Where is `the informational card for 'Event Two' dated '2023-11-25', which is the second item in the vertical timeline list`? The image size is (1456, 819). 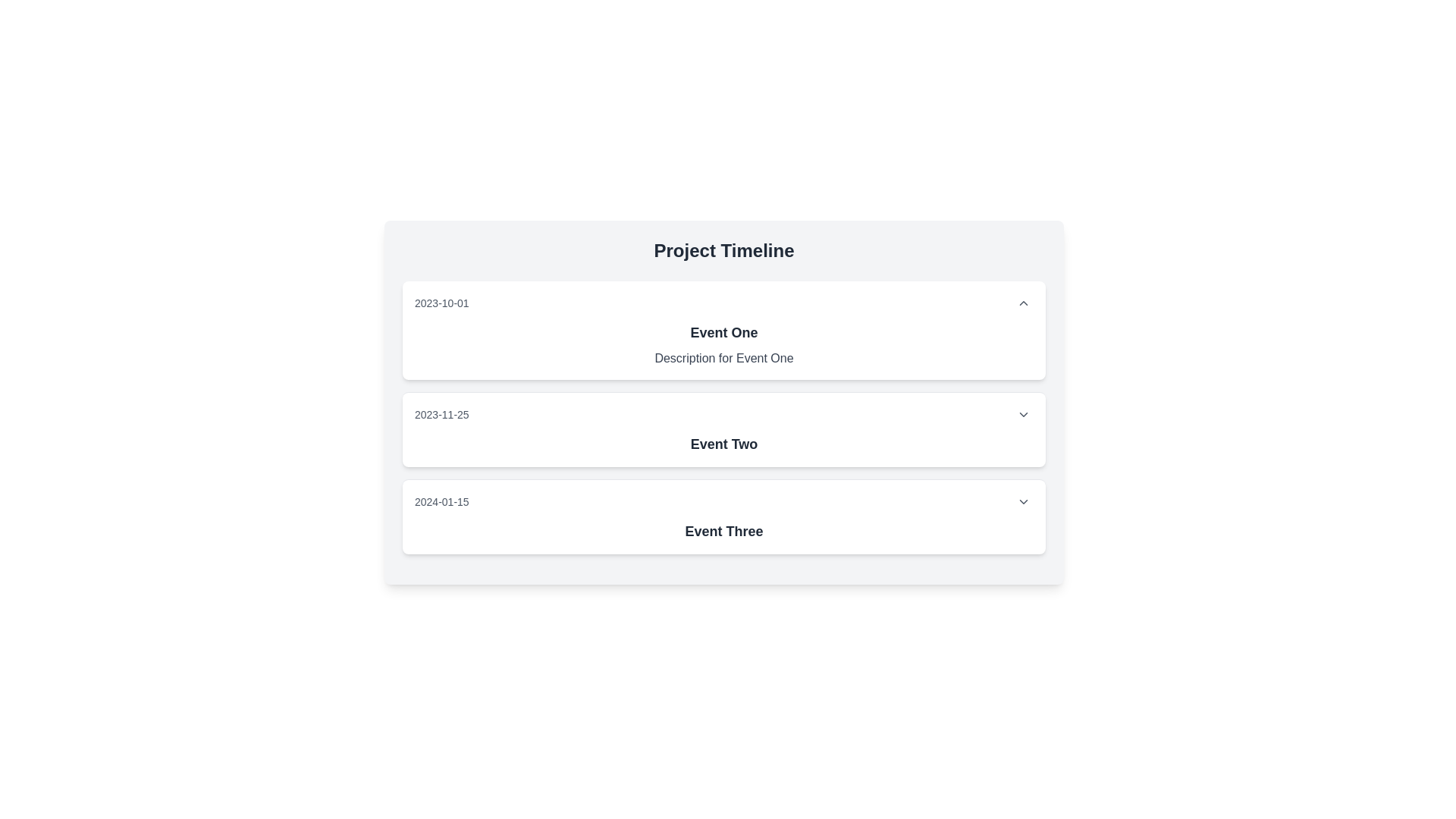 the informational card for 'Event Two' dated '2023-11-25', which is the second item in the vertical timeline list is located at coordinates (723, 429).